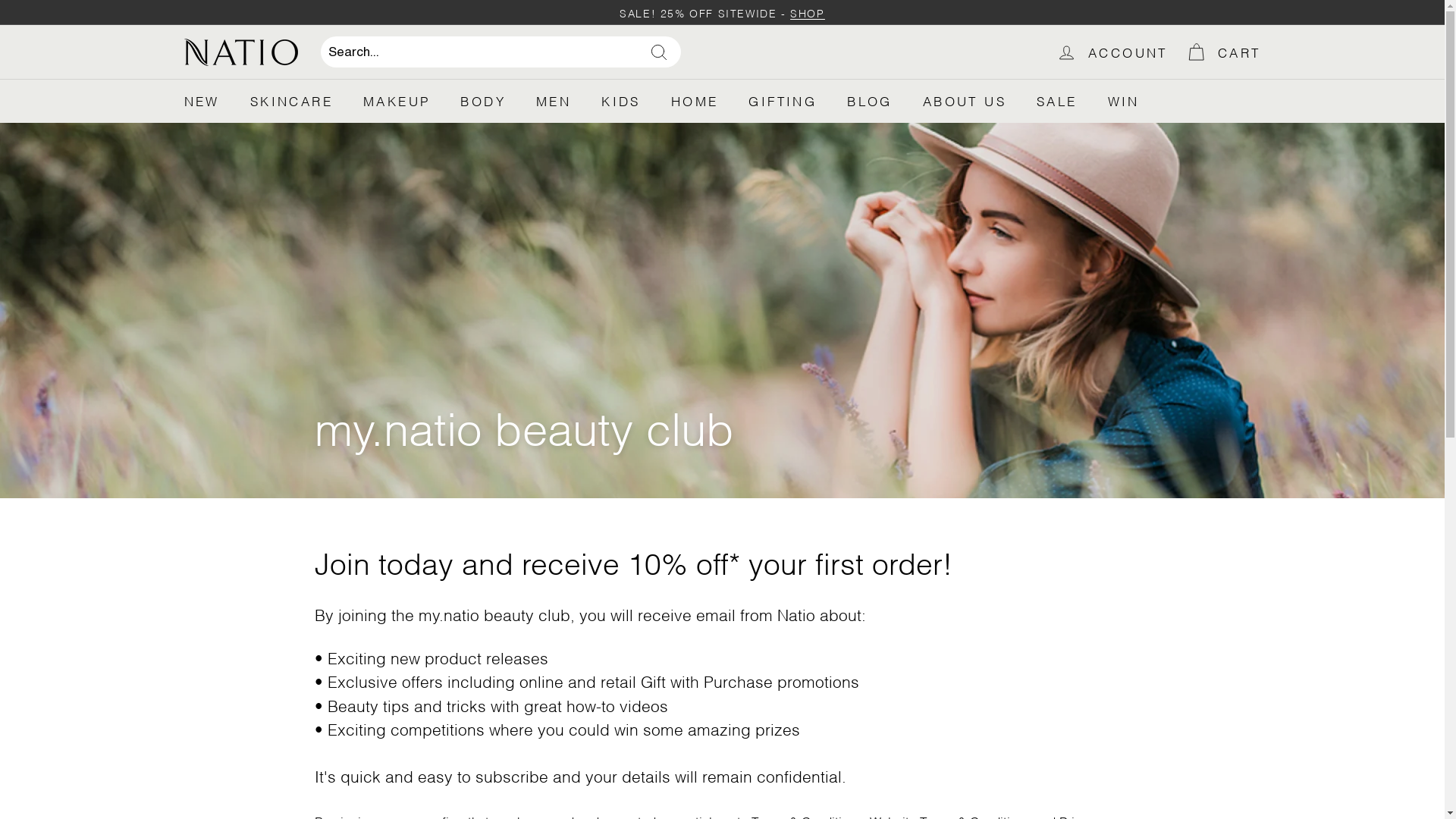 This screenshot has width=1456, height=819. What do you see at coordinates (870, 100) in the screenshot?
I see `'BLOG'` at bounding box center [870, 100].